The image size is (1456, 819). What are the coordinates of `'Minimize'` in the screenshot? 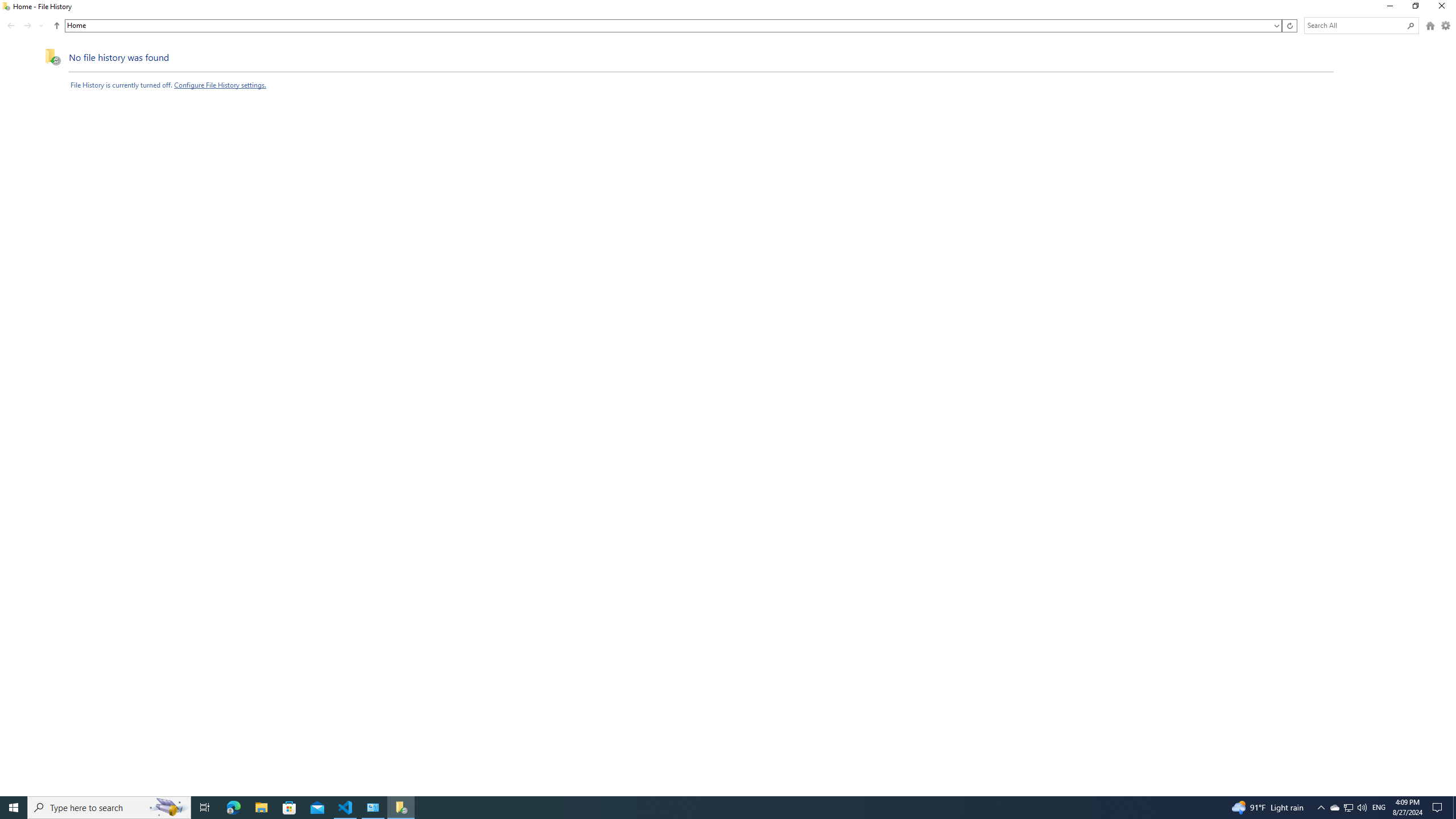 It's located at (1388, 9).